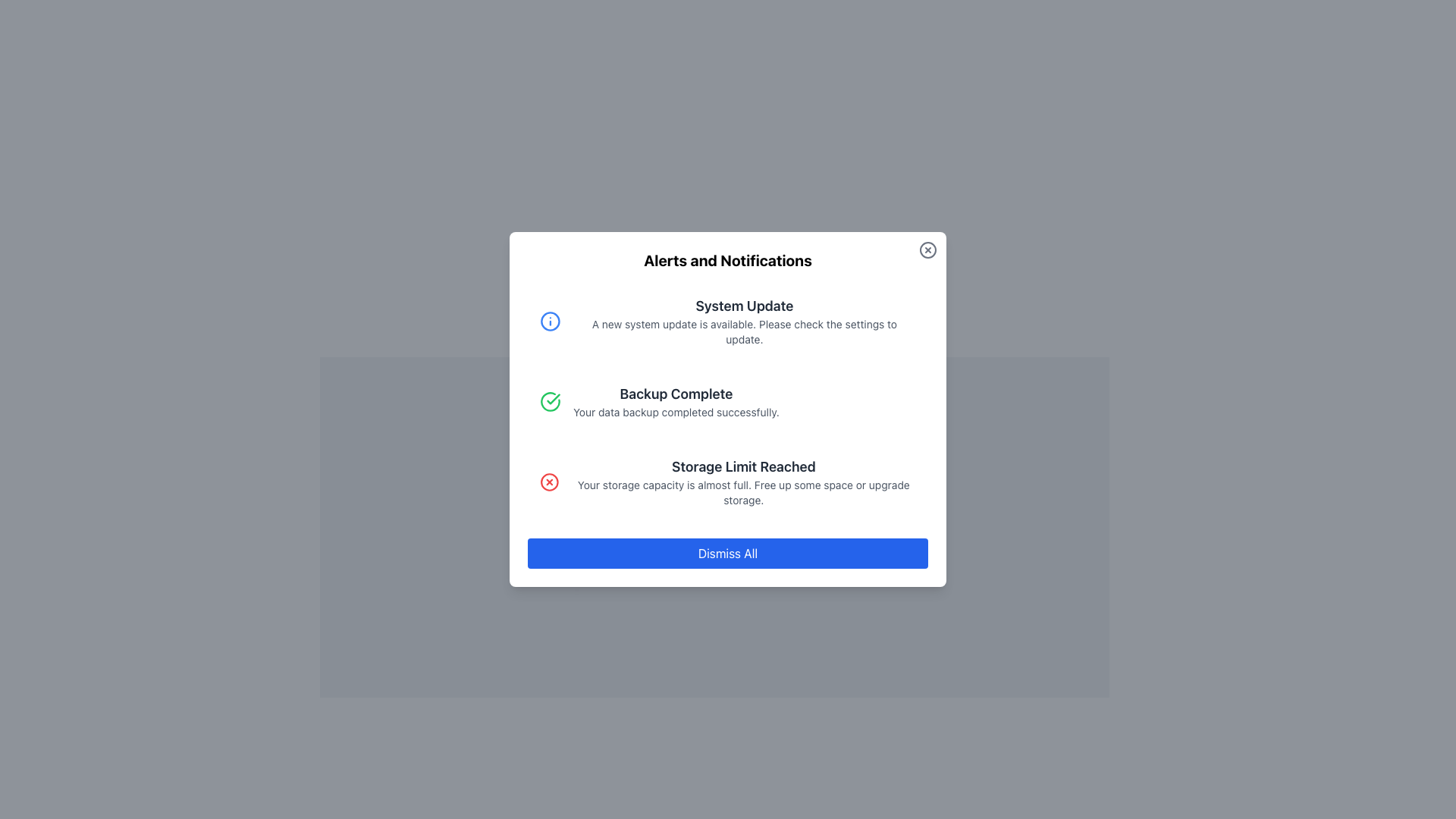  I want to click on the circular outline within the close icon located in the upper-right corner of the modal near the 'Alerts and Notifications' heading, so click(927, 249).